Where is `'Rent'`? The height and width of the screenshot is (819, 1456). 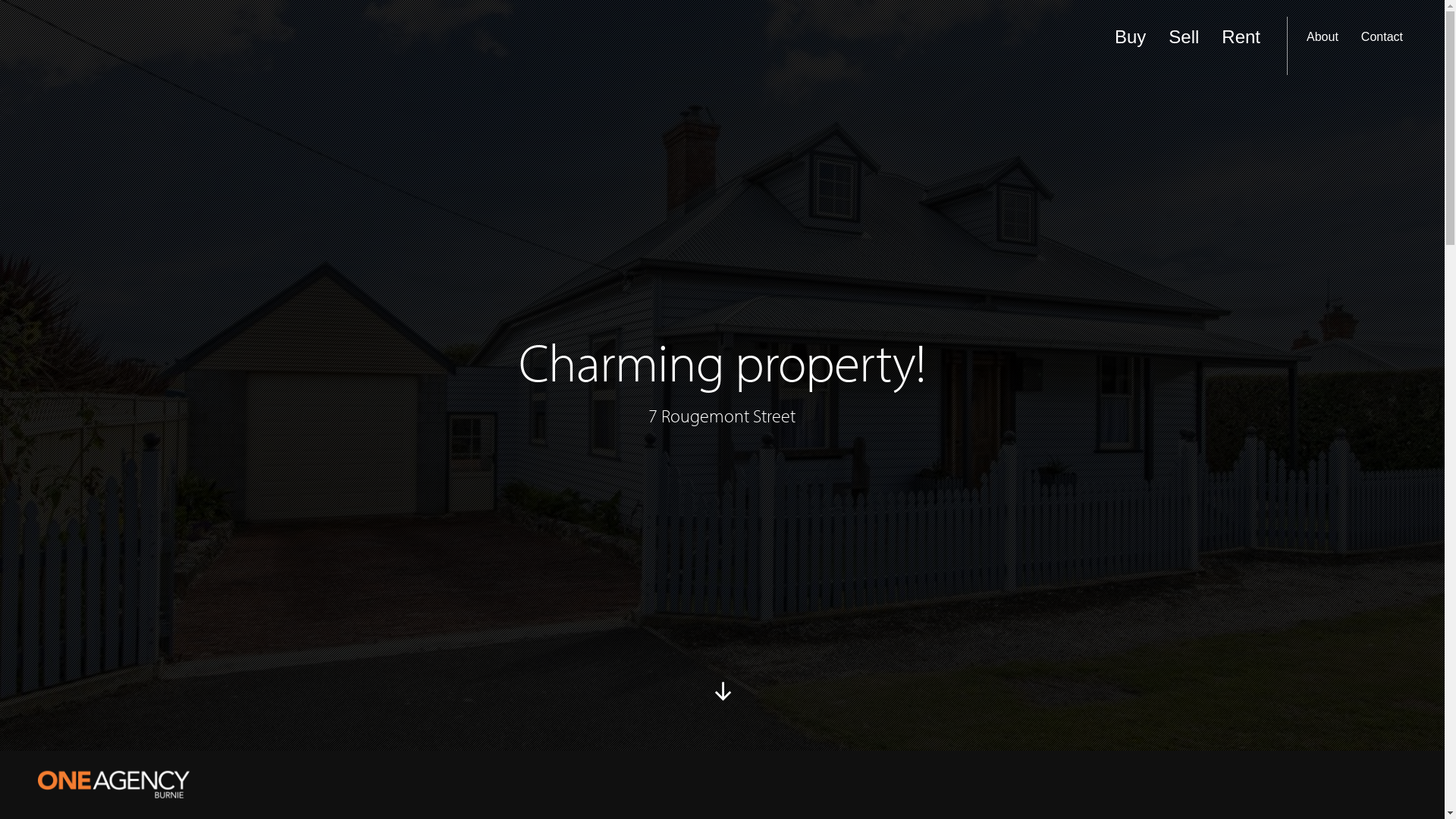
'Rent' is located at coordinates (1241, 45).